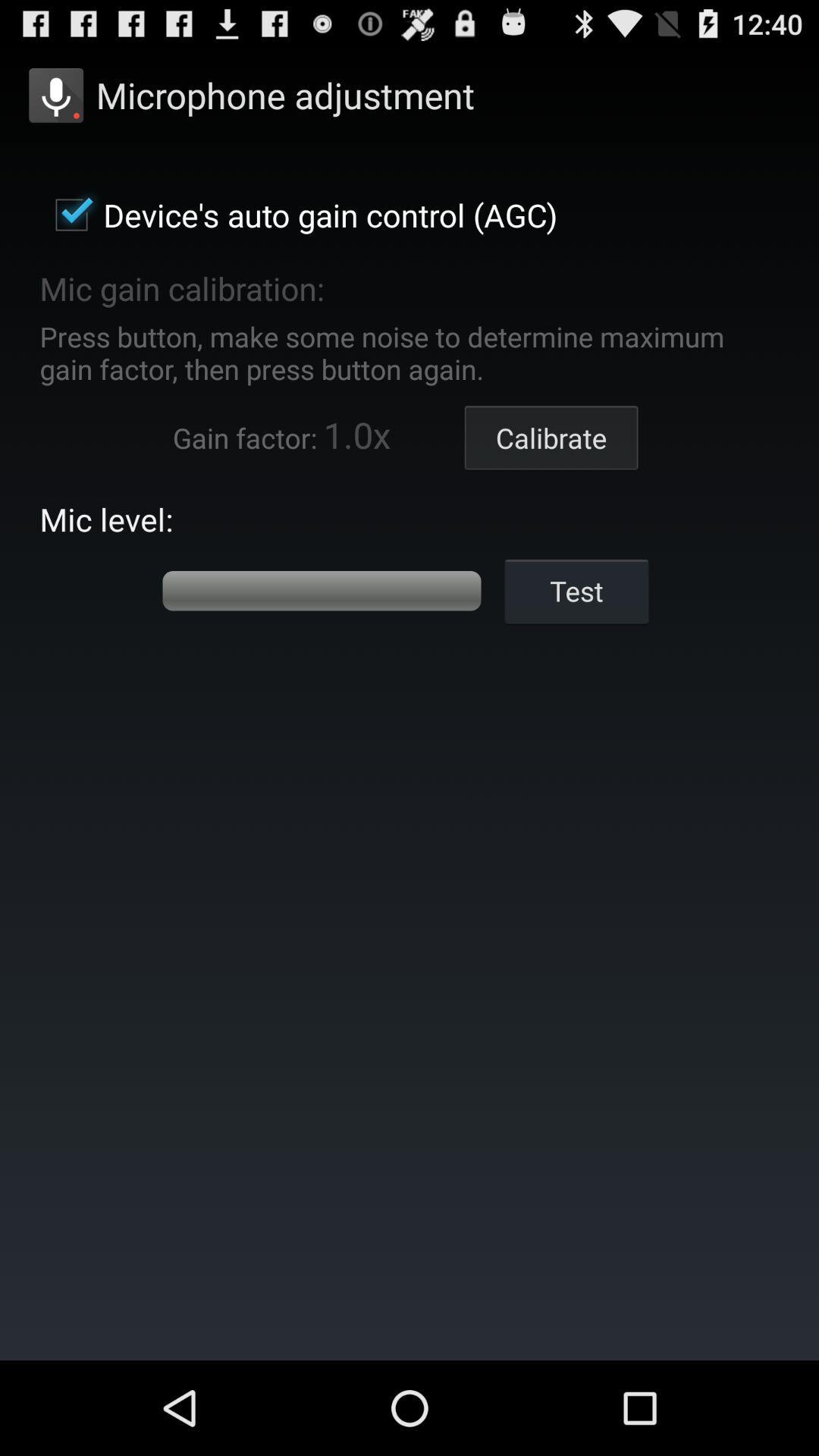 This screenshot has height=1456, width=819. What do you see at coordinates (576, 590) in the screenshot?
I see `the test button` at bounding box center [576, 590].